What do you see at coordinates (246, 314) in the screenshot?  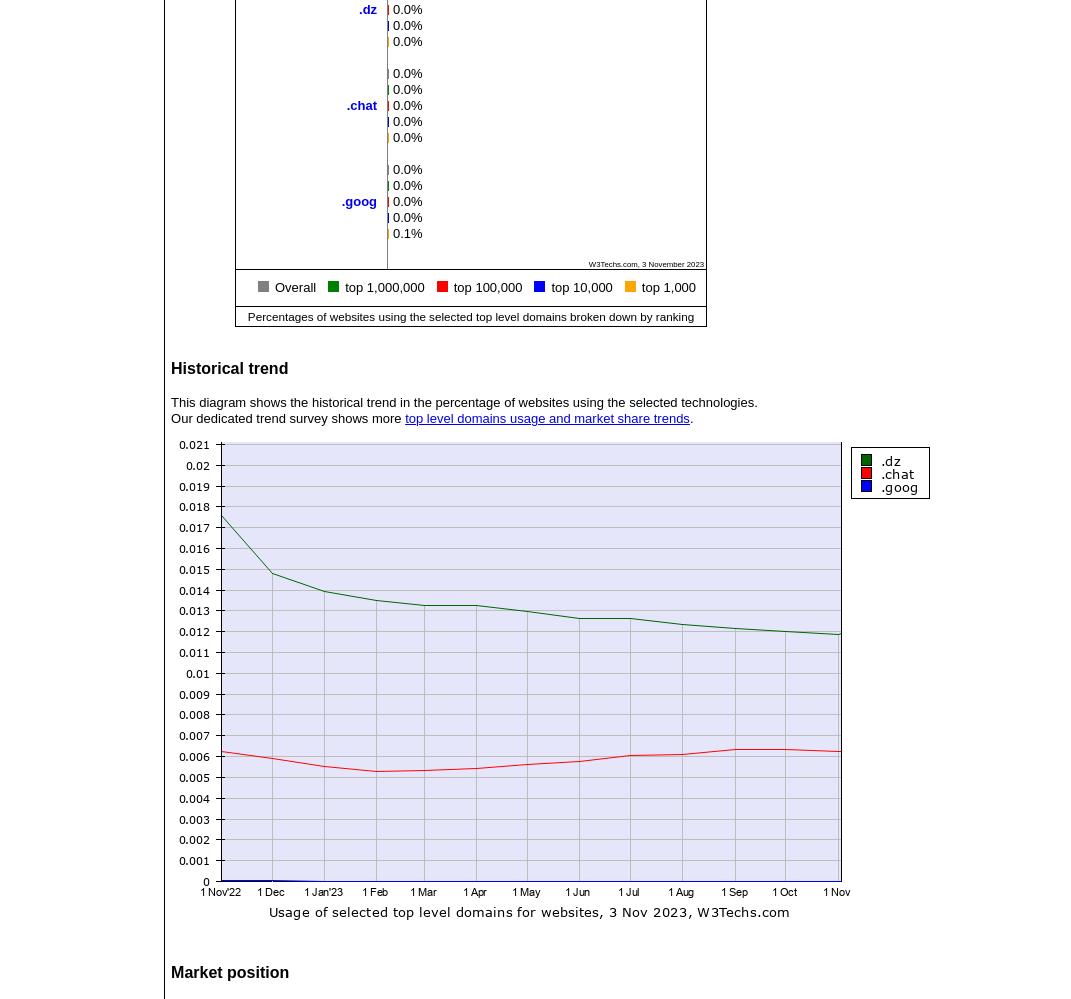 I see `'Percentages of websites using the selected top level domains broken down by ranking'` at bounding box center [246, 314].